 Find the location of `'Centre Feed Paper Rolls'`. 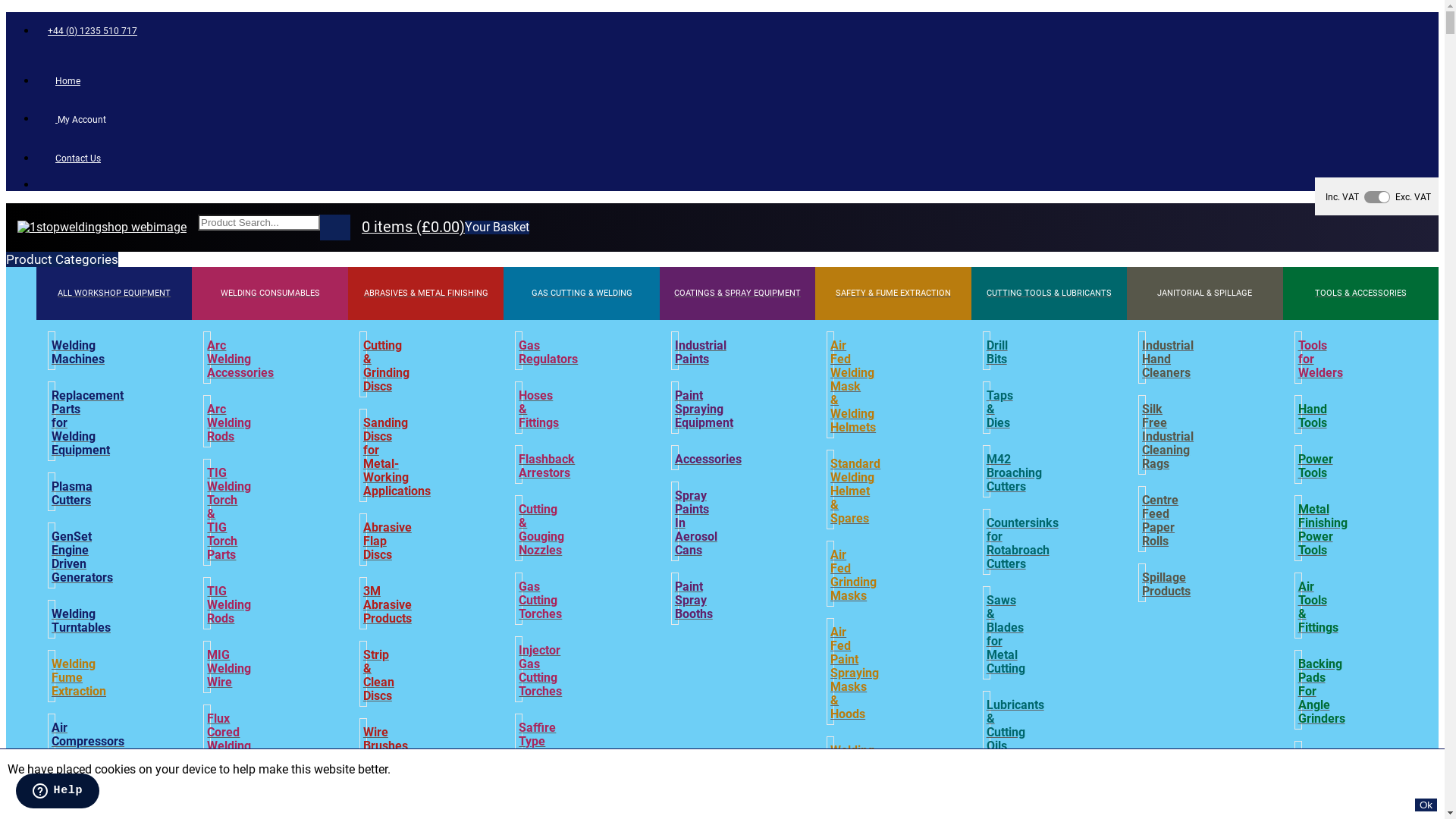

'Centre Feed Paper Rolls' is located at coordinates (1159, 519).